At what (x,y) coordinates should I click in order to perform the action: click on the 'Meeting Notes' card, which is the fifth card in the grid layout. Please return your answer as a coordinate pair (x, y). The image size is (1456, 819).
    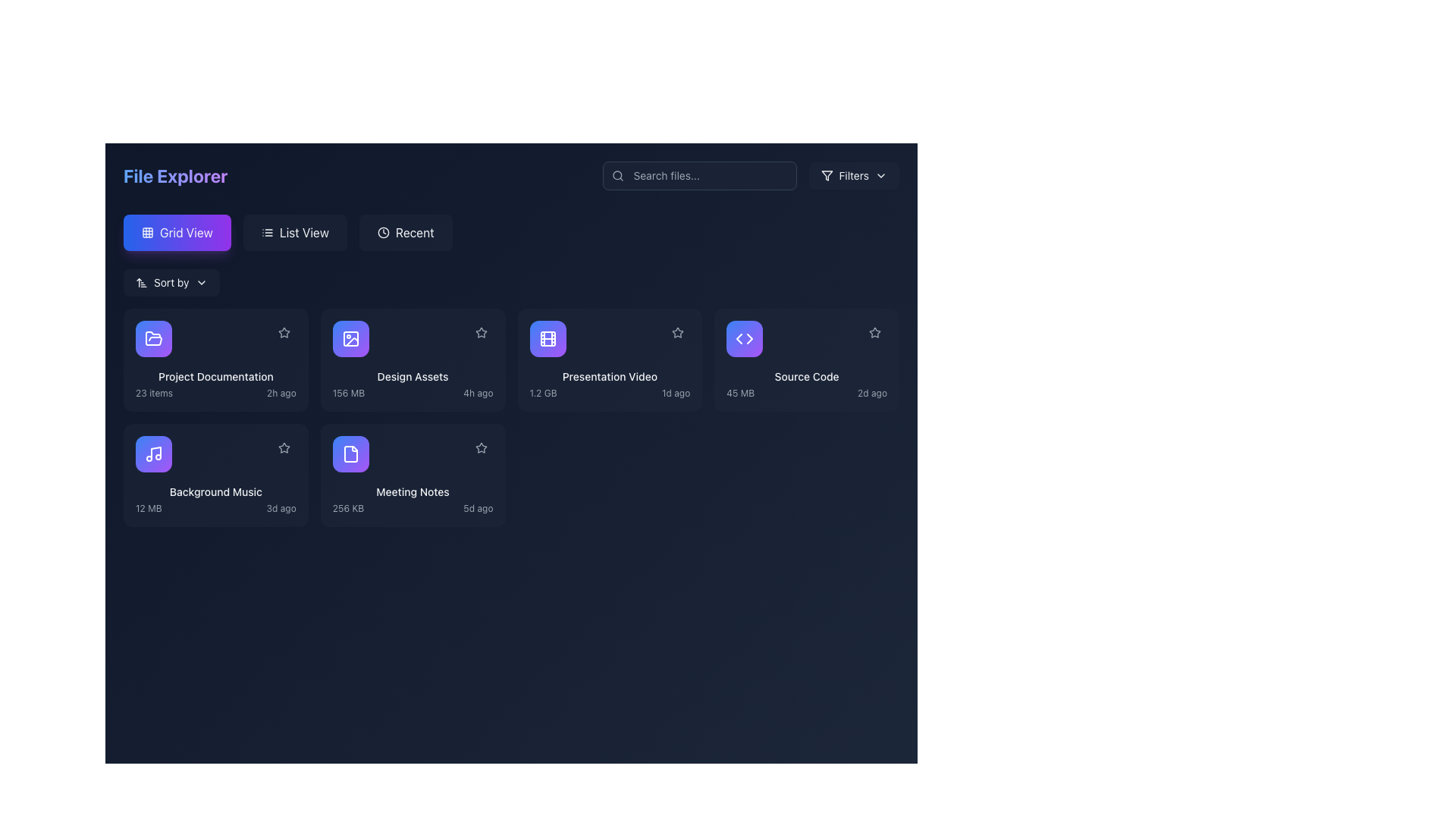
    Looking at the image, I should click on (413, 475).